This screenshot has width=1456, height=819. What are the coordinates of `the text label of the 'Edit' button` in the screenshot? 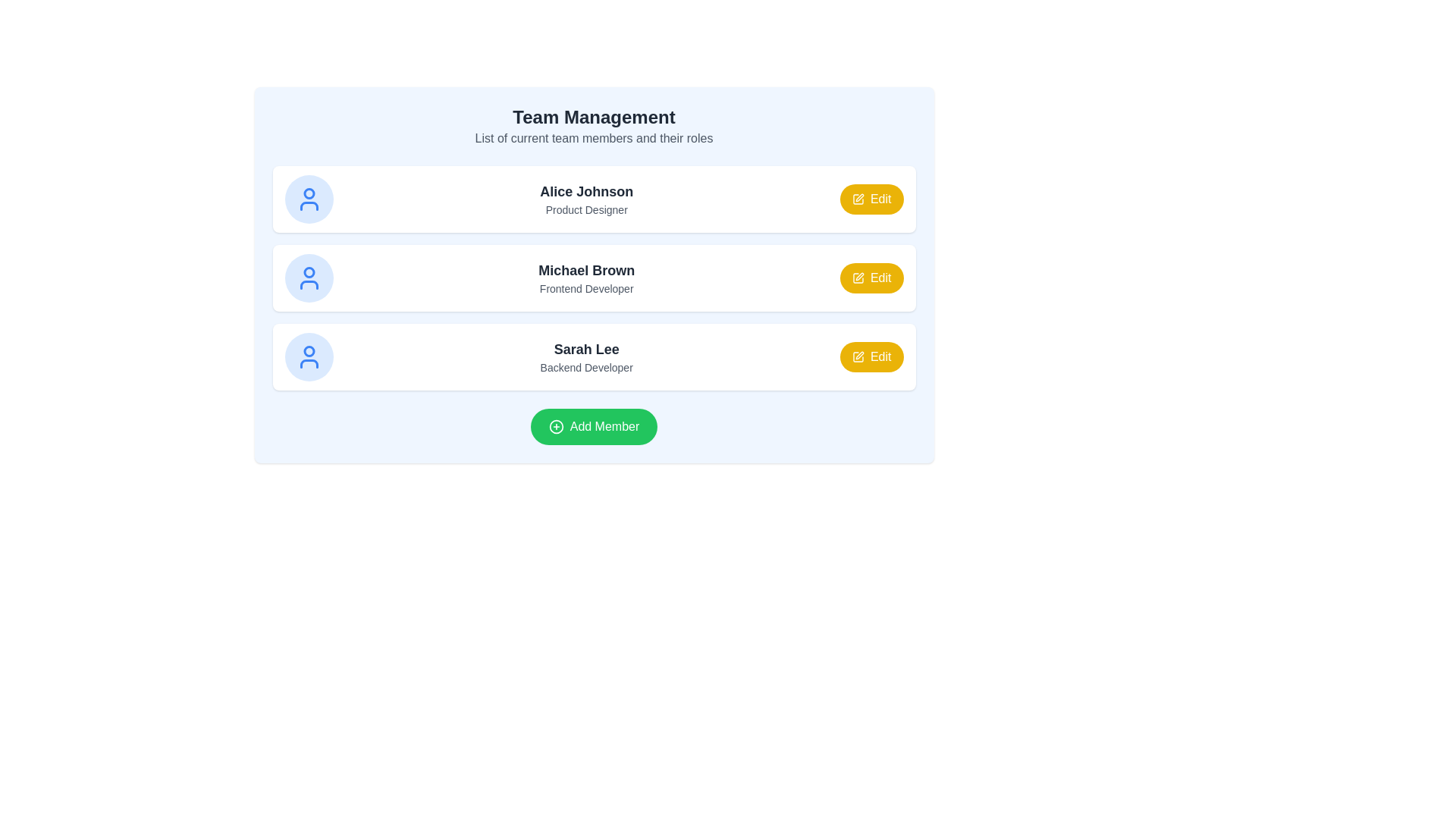 It's located at (880, 278).